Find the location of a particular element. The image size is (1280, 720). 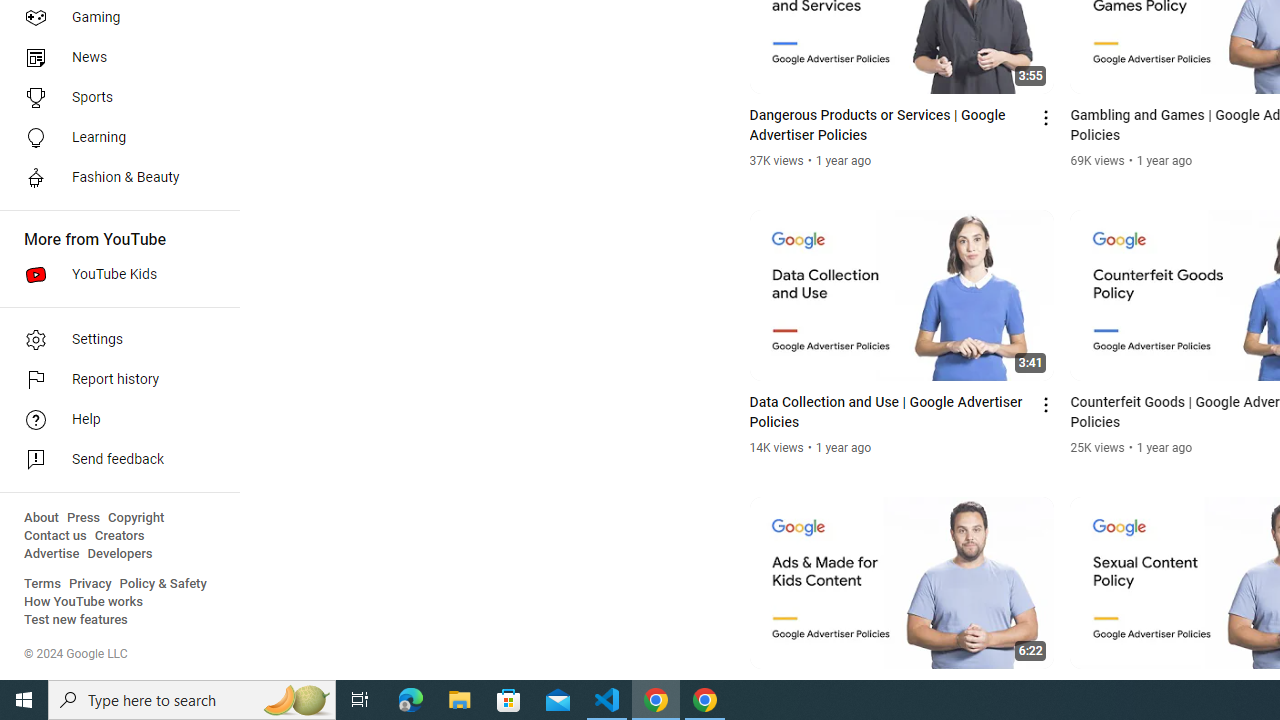

'Privacy' is located at coordinates (89, 584).